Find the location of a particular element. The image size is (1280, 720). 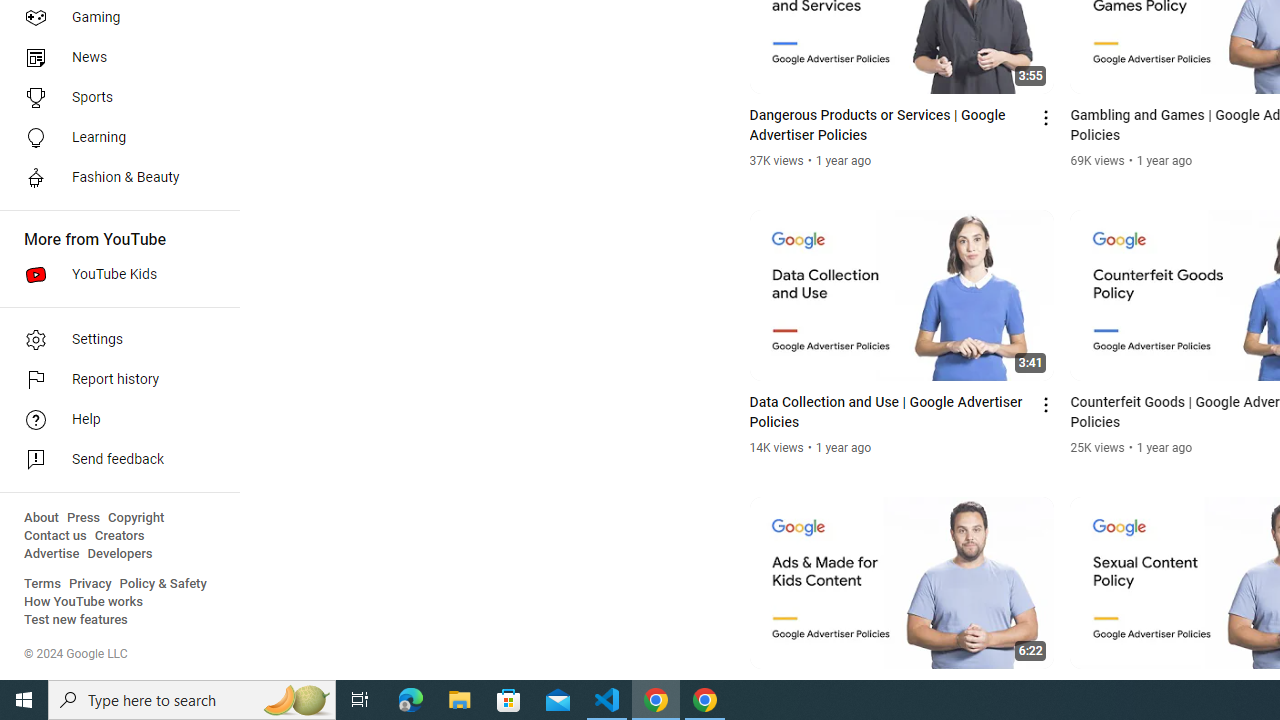

'Privacy' is located at coordinates (89, 584).